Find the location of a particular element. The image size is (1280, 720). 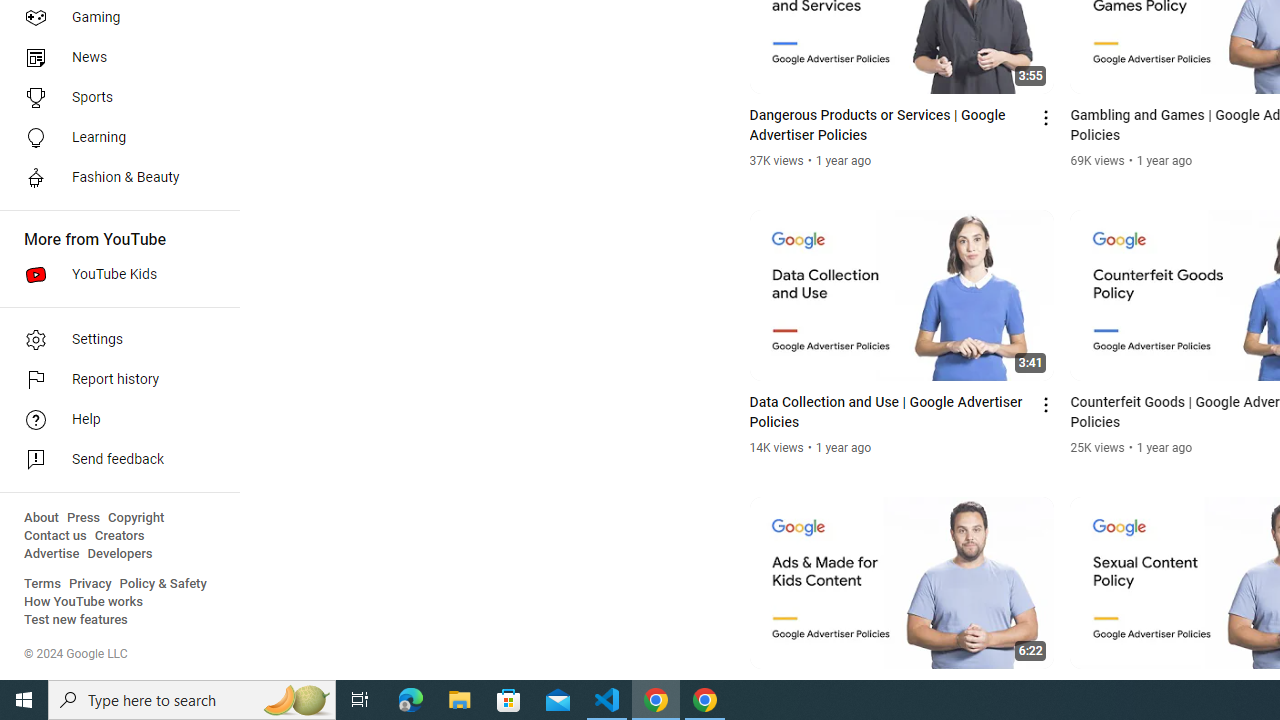

'Privacy' is located at coordinates (89, 584).